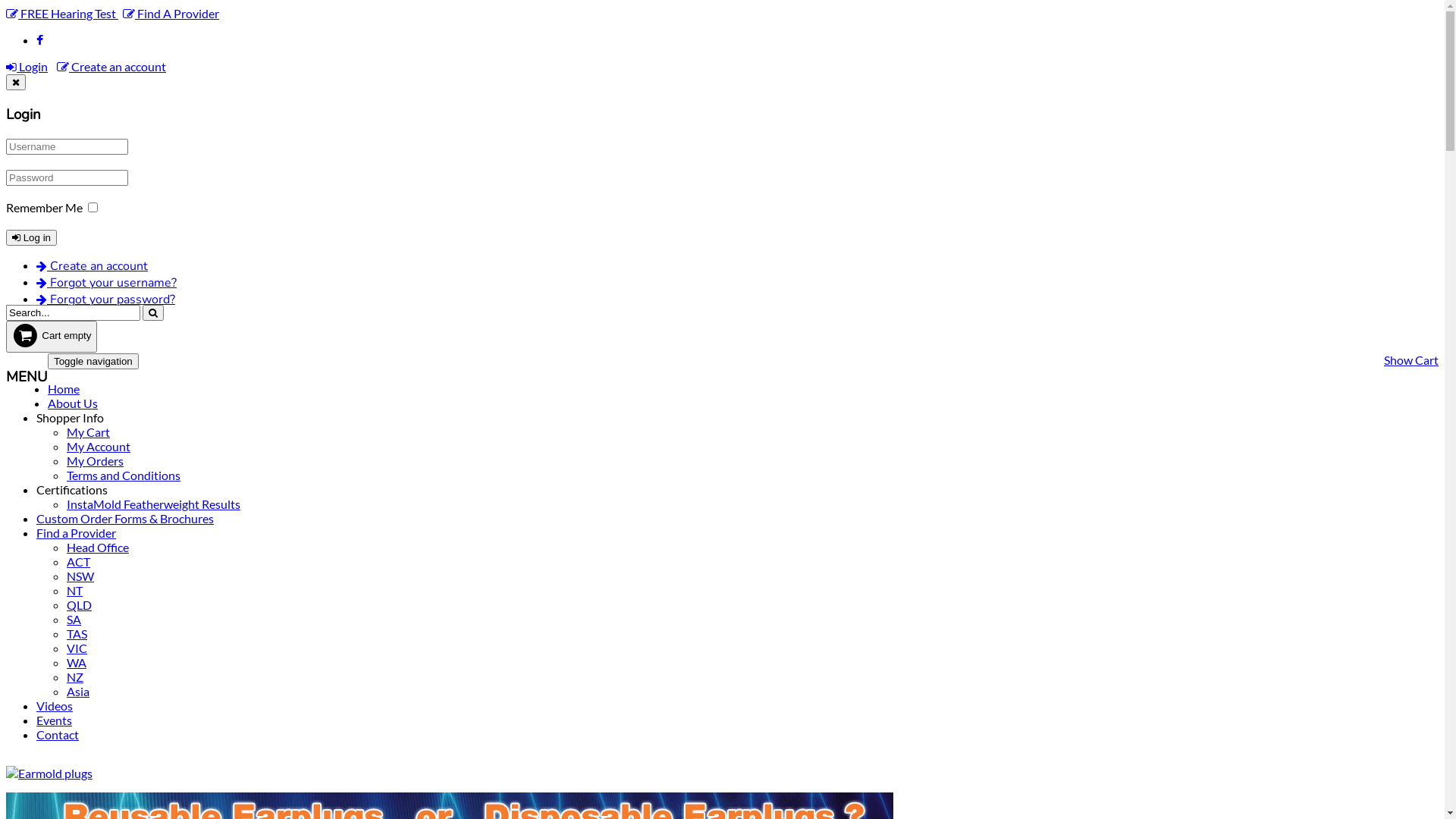  What do you see at coordinates (73, 619) in the screenshot?
I see `'SA'` at bounding box center [73, 619].